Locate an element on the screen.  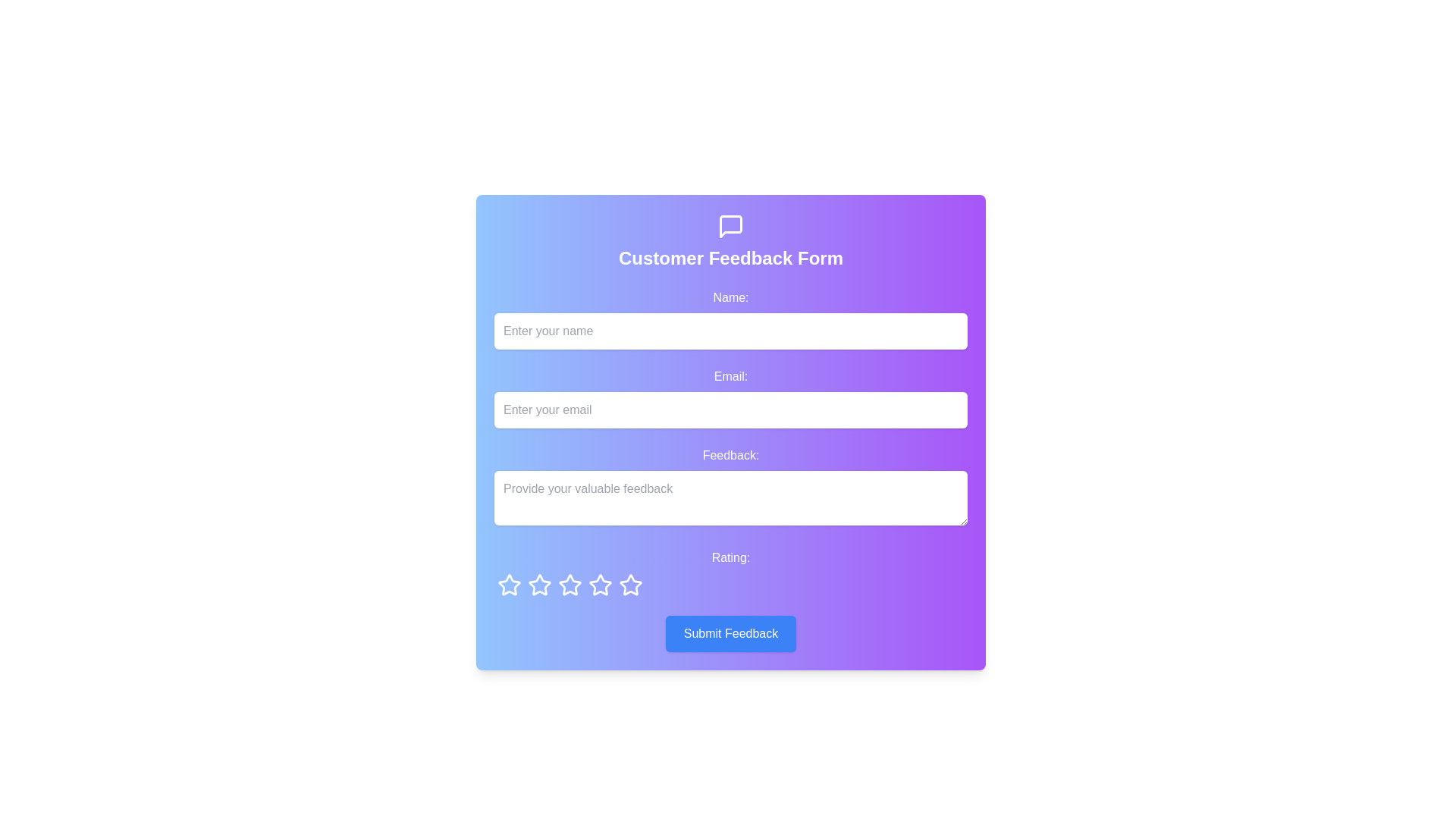
the submit button located centrally at the bottom of the feedback form is located at coordinates (731, 634).